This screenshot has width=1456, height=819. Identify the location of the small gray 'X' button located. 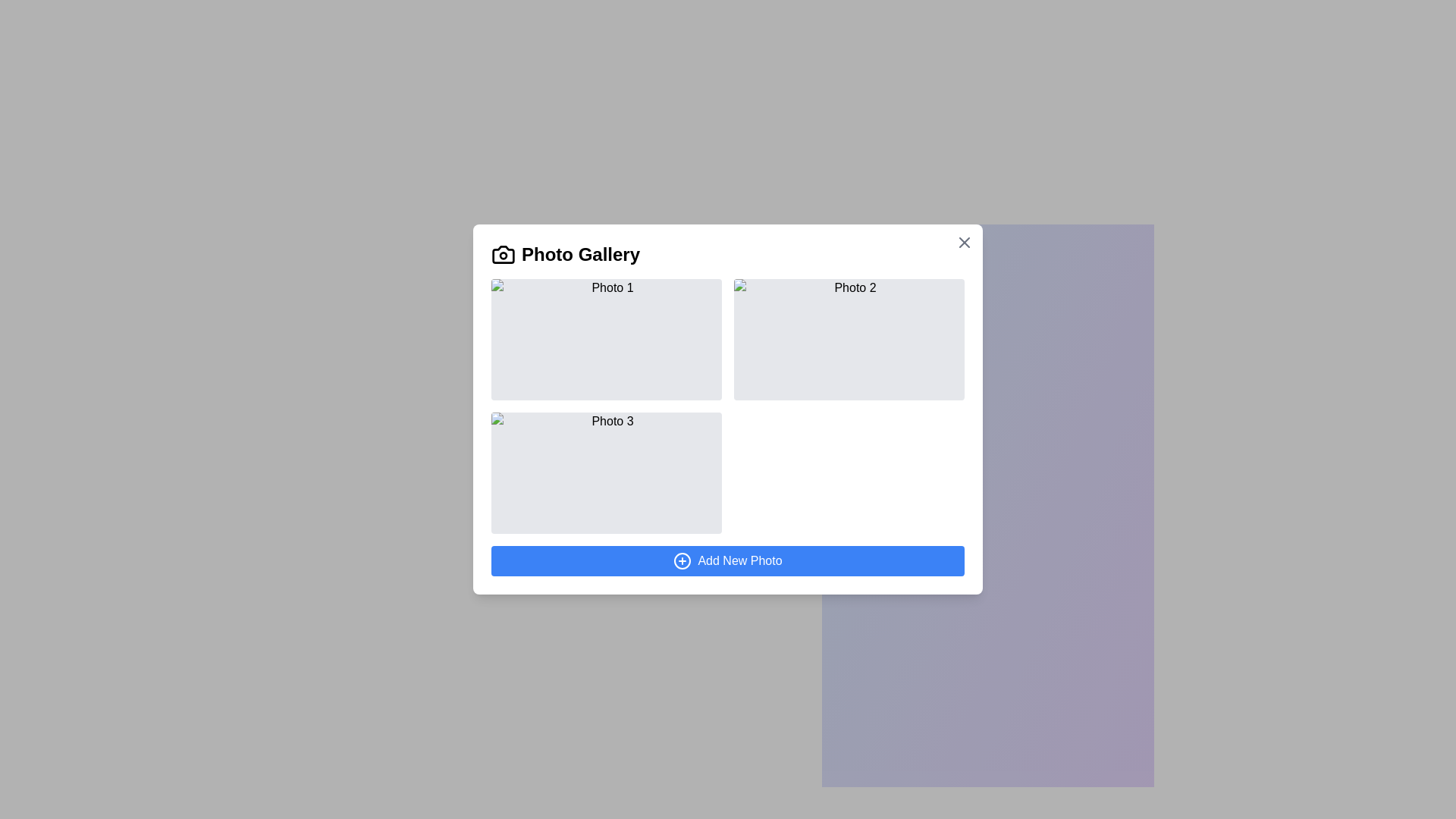
(964, 242).